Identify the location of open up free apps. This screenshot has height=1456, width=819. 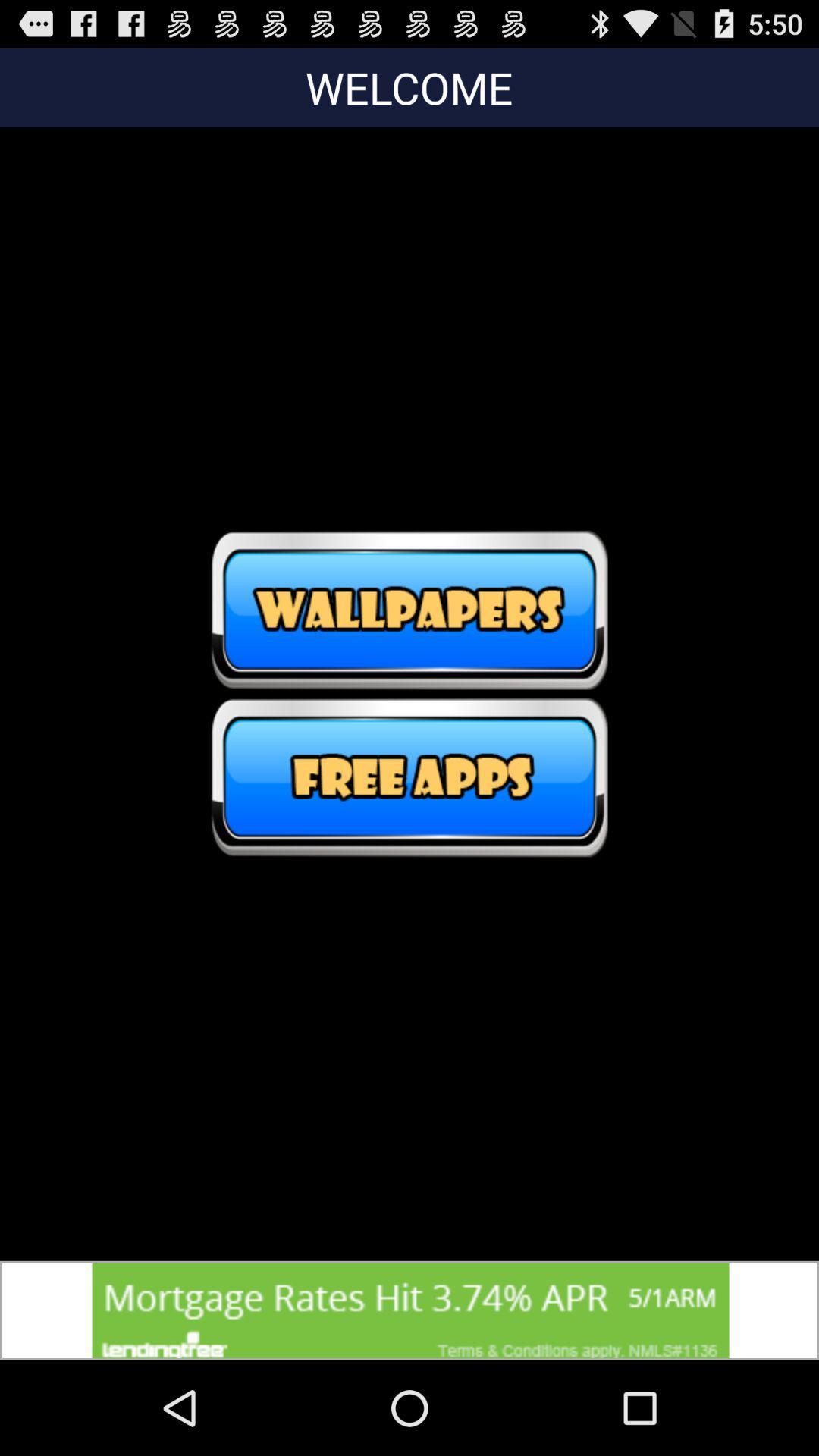
(409, 777).